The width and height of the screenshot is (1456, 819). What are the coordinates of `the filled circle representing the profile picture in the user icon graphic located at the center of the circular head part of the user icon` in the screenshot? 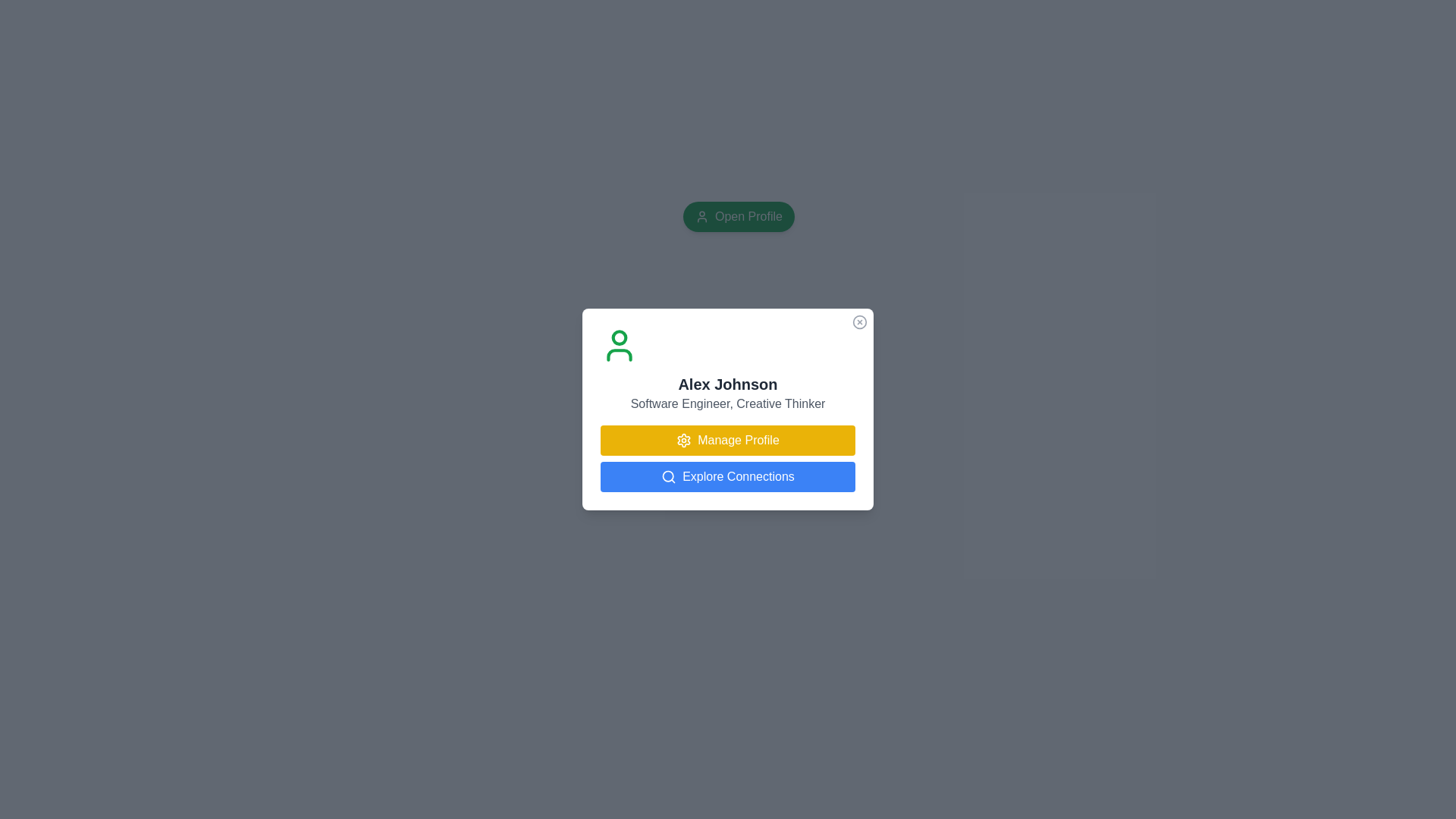 It's located at (619, 336).